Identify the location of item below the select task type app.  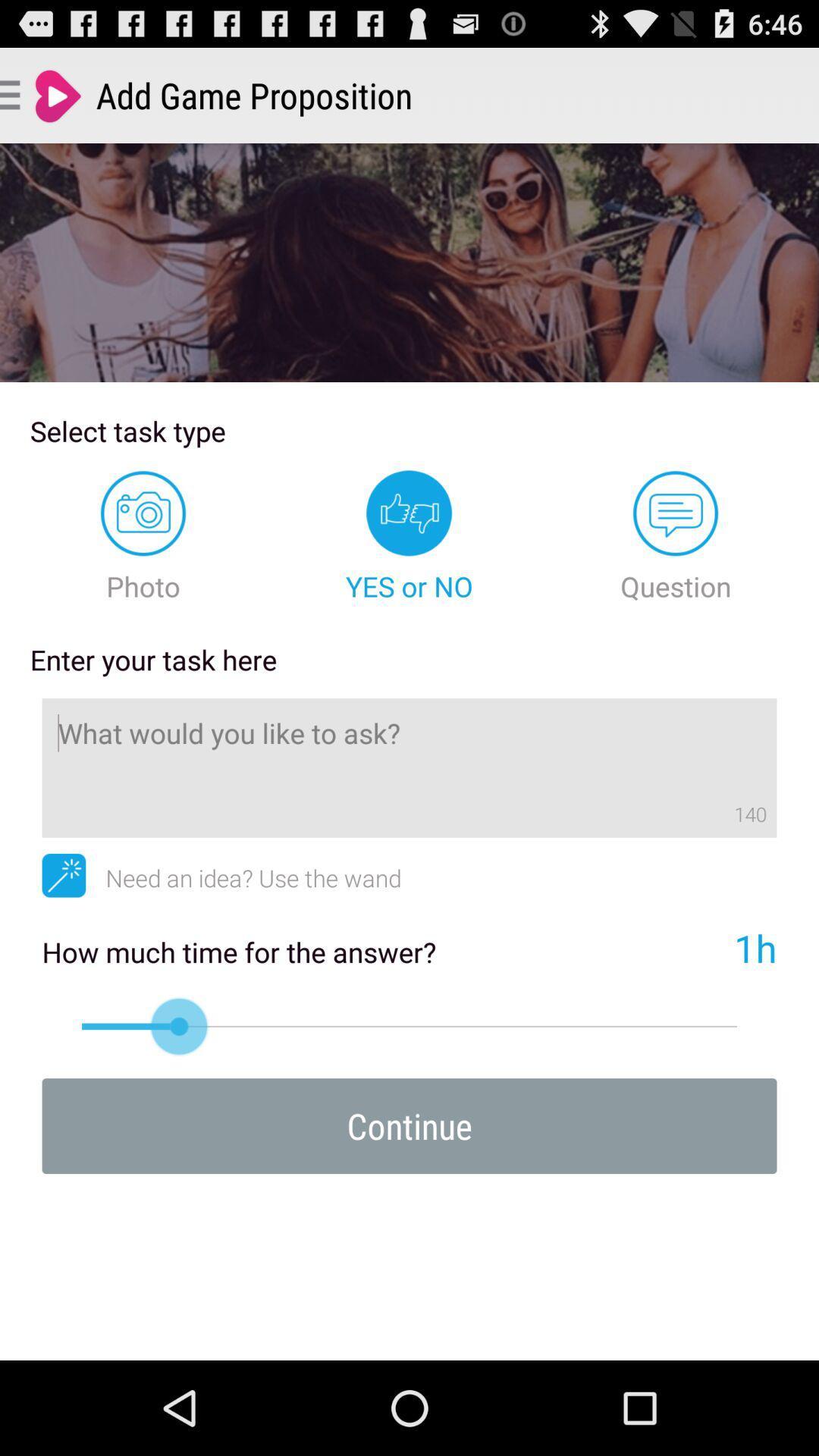
(143, 537).